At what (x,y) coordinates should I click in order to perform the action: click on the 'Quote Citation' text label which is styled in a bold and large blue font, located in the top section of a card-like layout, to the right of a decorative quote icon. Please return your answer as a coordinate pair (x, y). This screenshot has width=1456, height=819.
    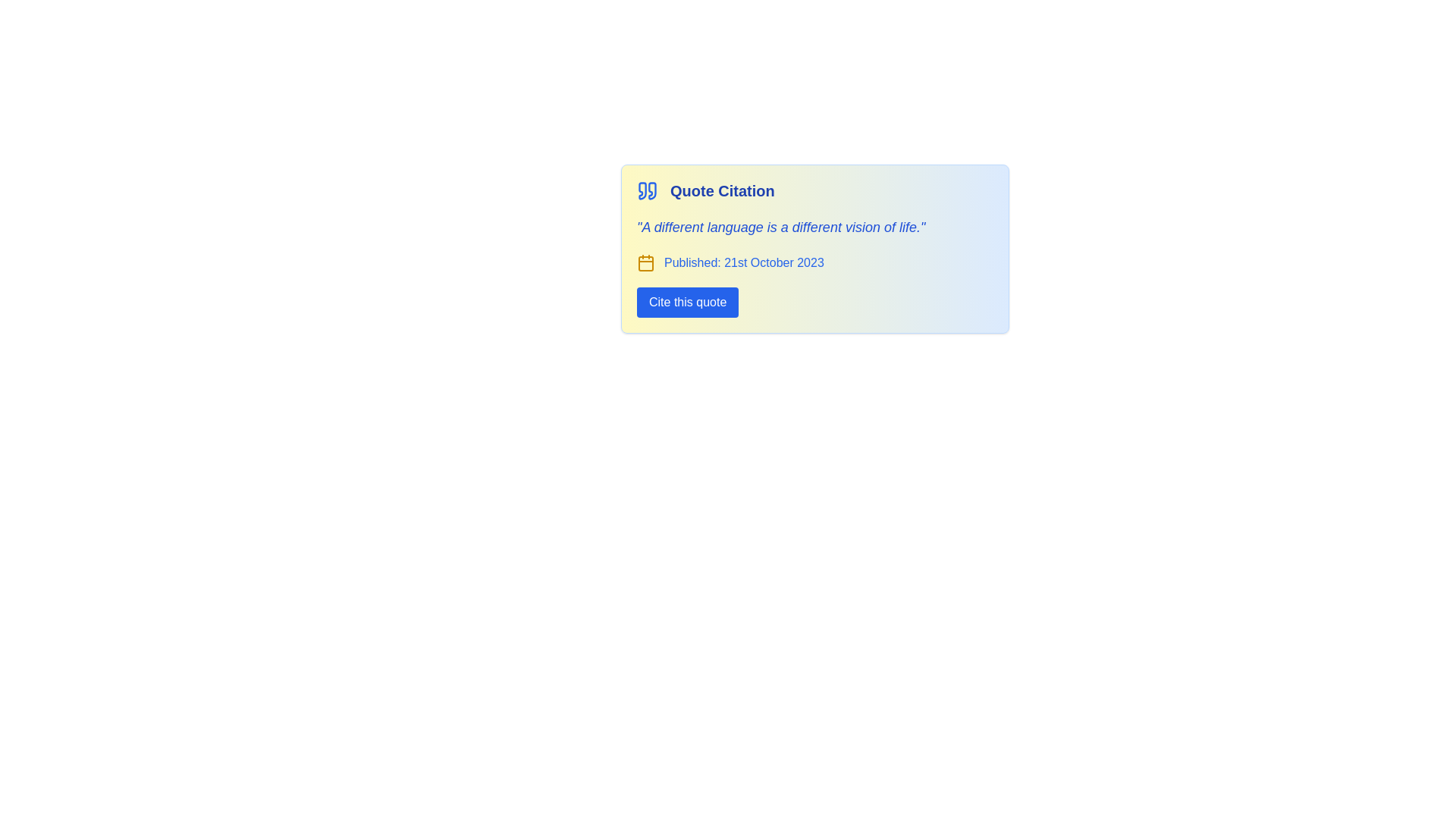
    Looking at the image, I should click on (721, 190).